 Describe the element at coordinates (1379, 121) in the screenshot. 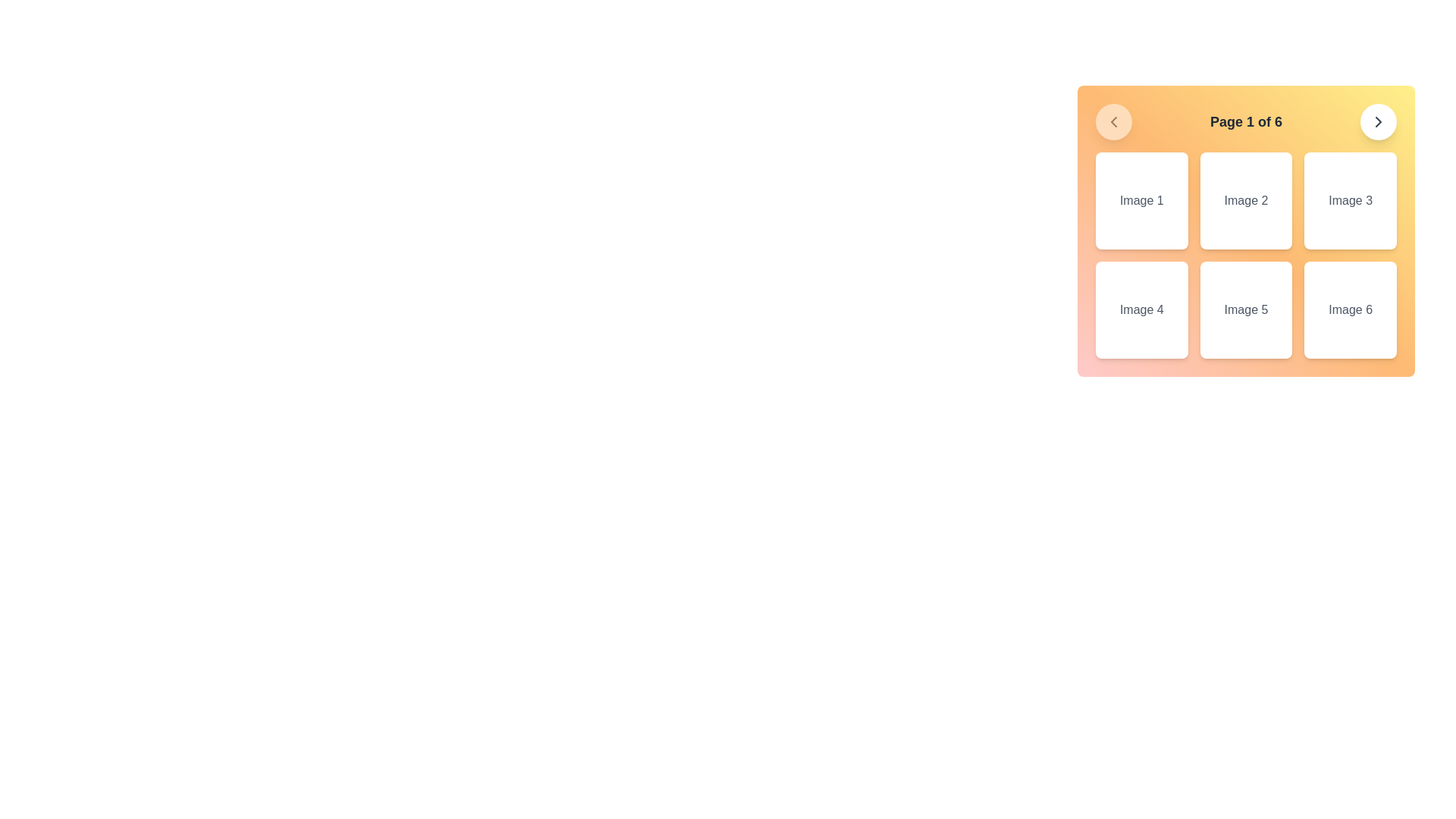

I see `the small right-chevron icon, which is centrally aligned within a circular white button at the top-right corner of the content card area` at that location.